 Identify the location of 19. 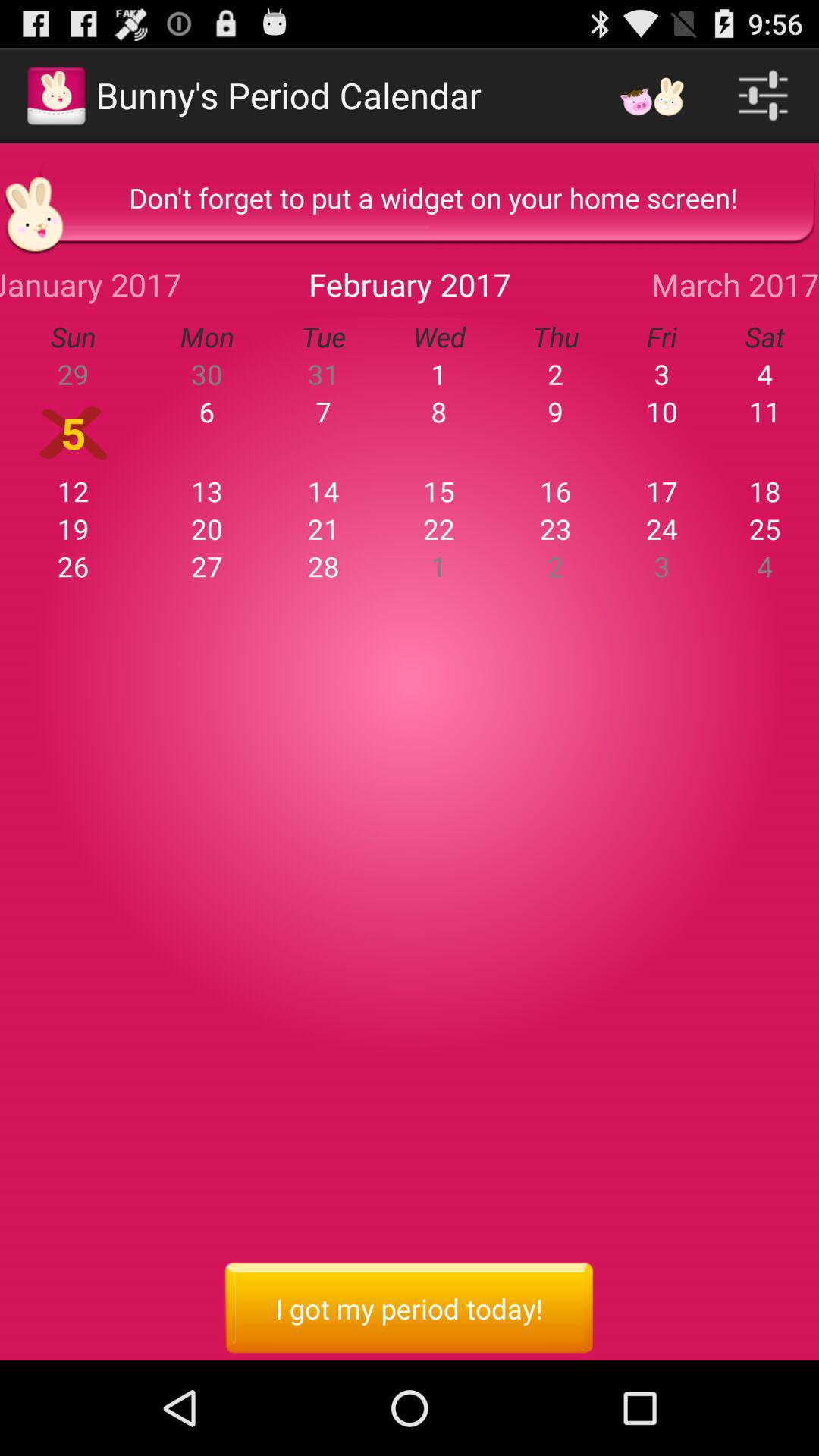
(73, 529).